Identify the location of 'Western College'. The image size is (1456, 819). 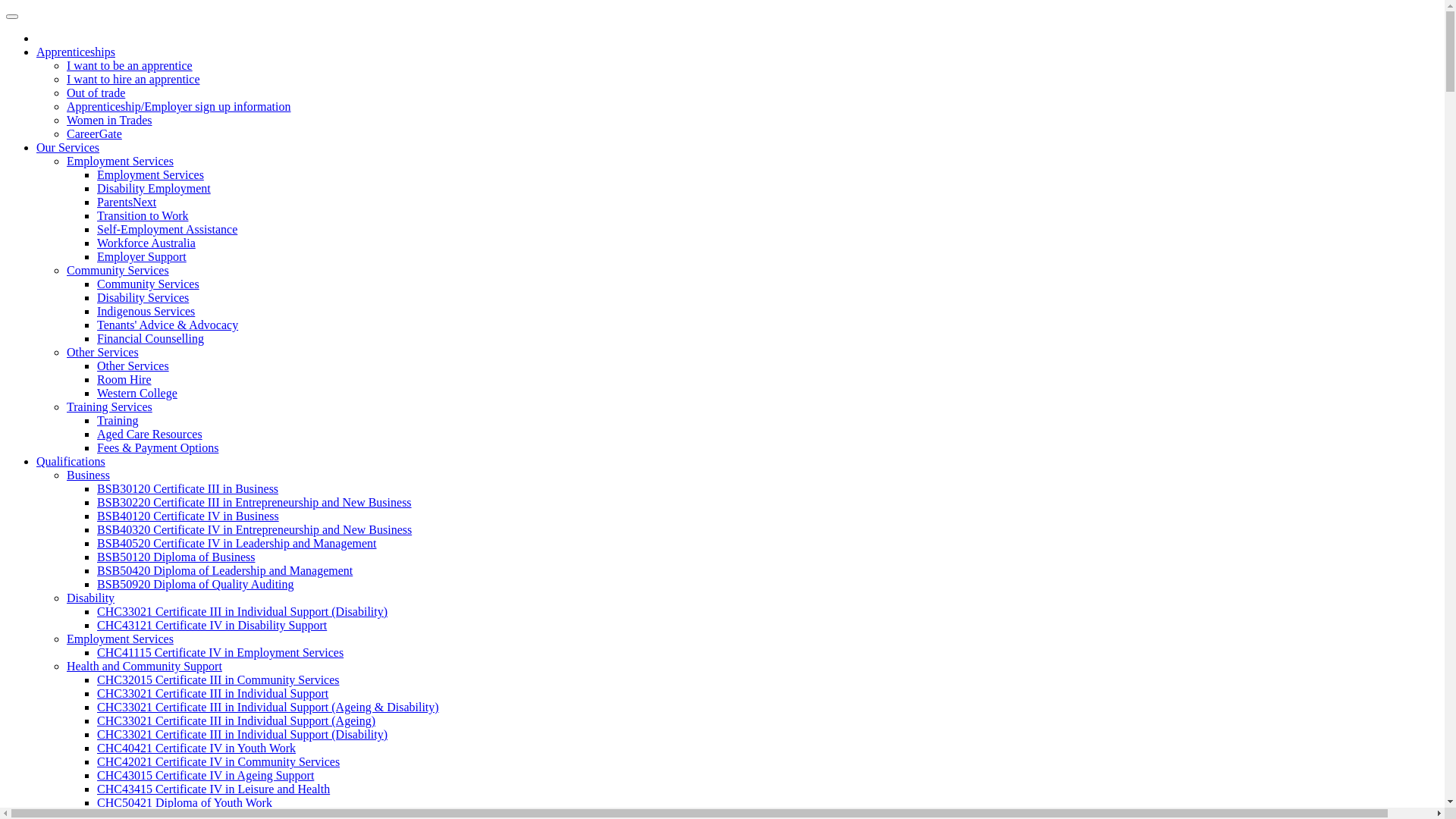
(137, 392).